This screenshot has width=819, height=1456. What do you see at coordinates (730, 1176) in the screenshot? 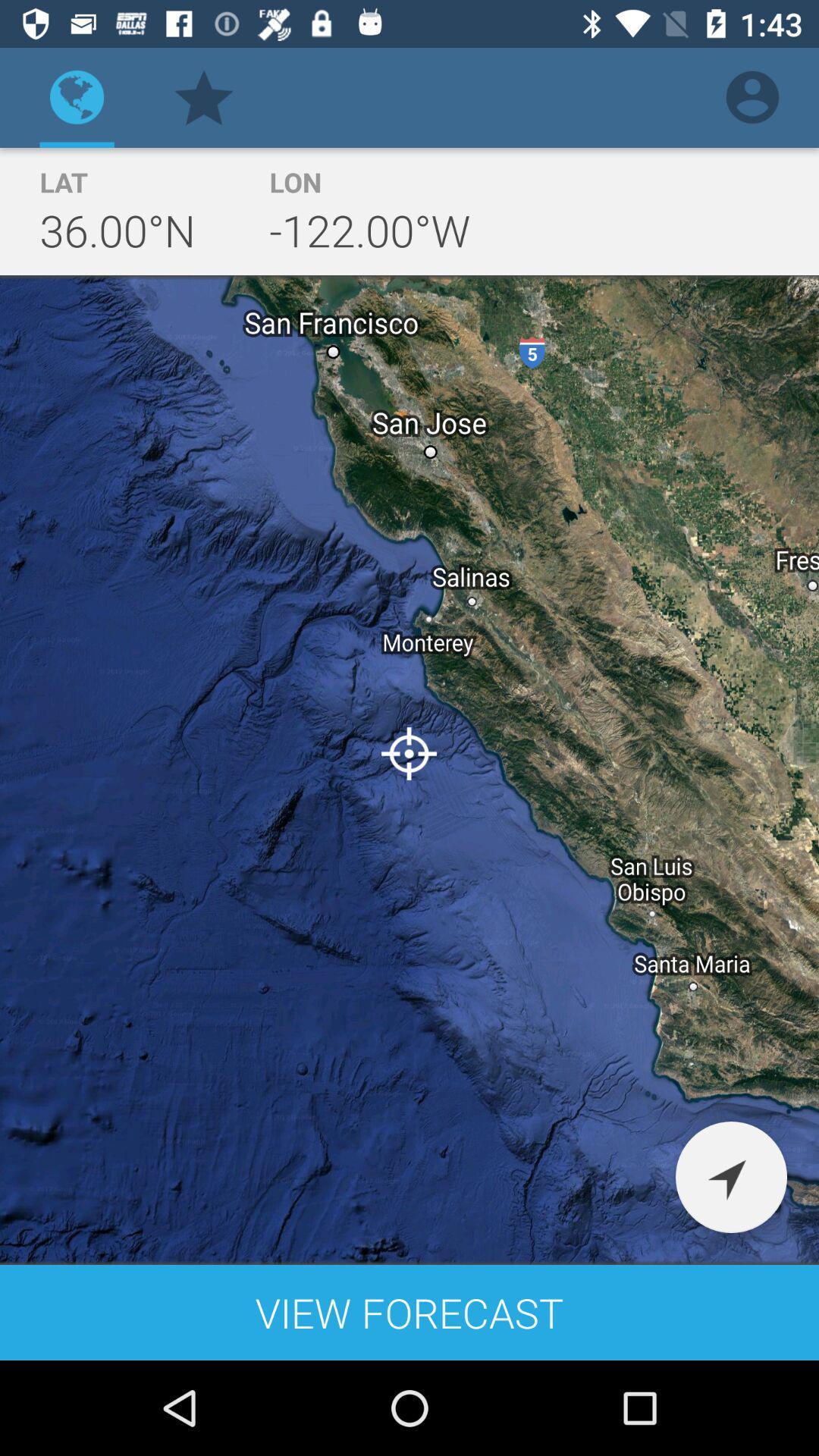
I see `directions from me` at bounding box center [730, 1176].